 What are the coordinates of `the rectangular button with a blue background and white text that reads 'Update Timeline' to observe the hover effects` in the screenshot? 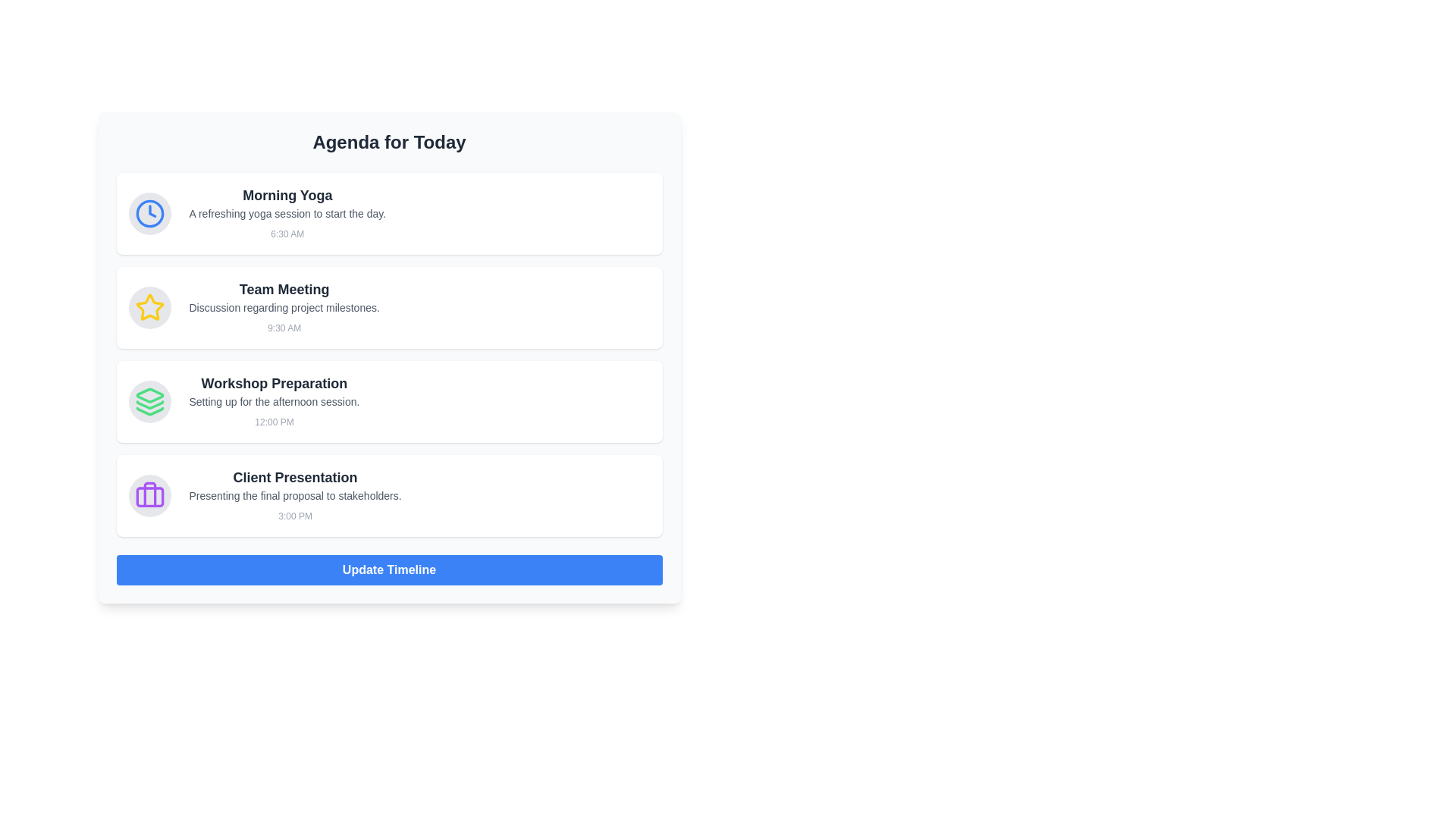 It's located at (389, 570).